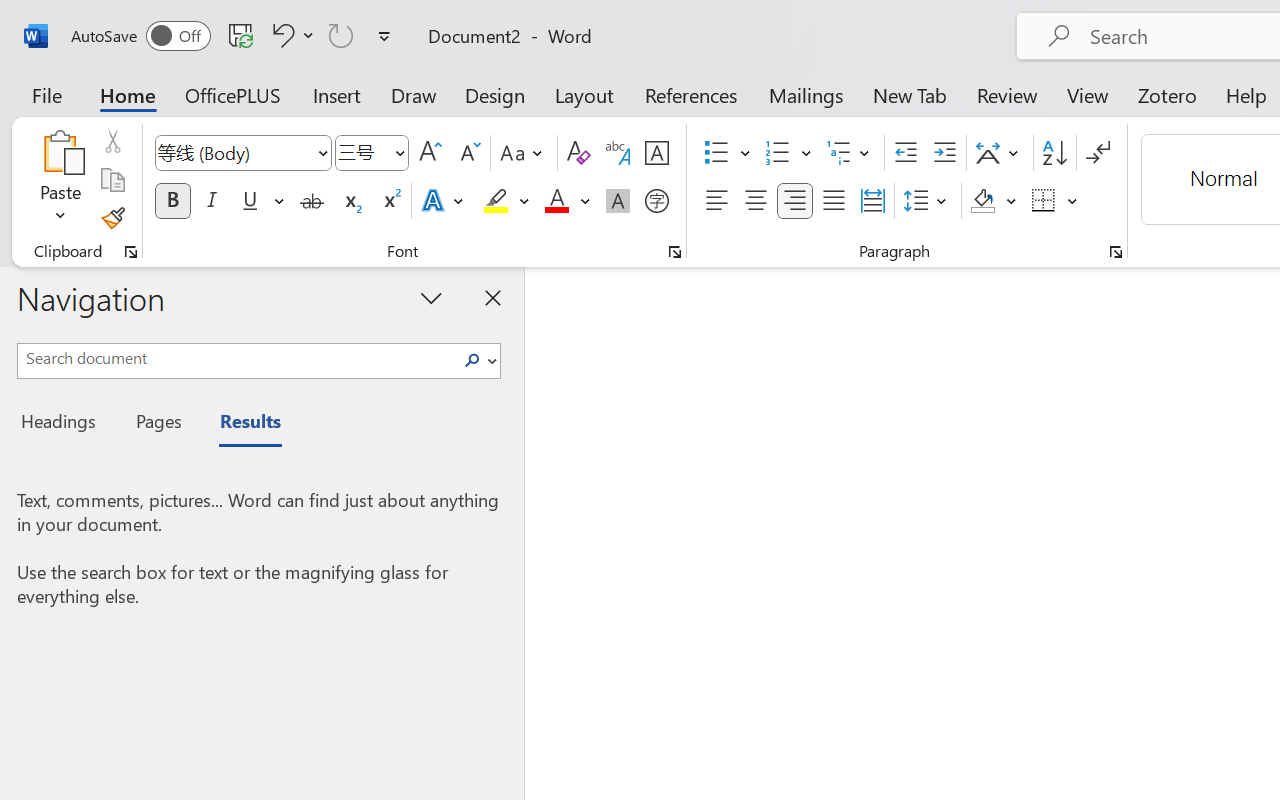  What do you see at coordinates (806, 94) in the screenshot?
I see `'Mailings'` at bounding box center [806, 94].